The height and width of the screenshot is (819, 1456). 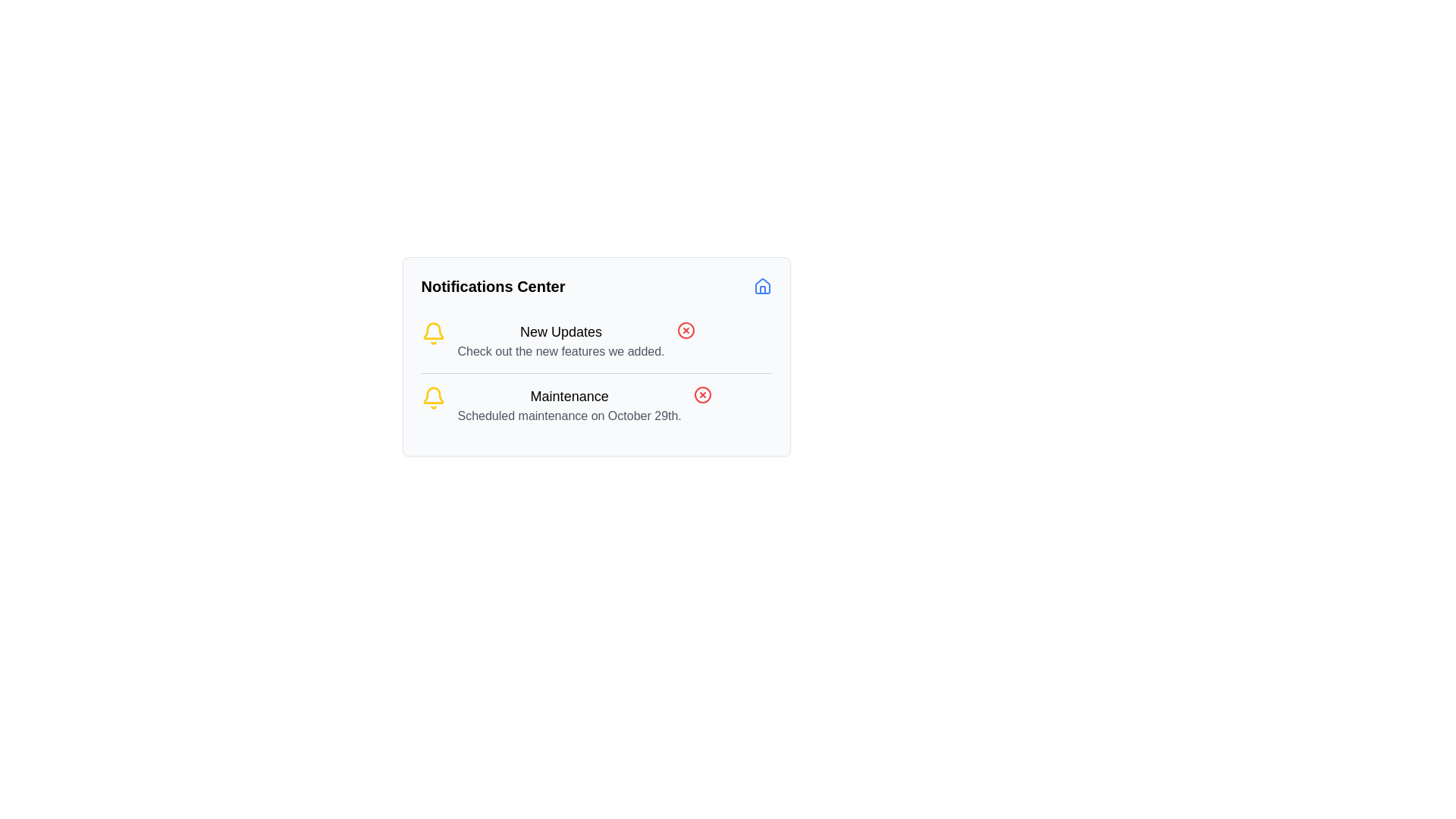 What do you see at coordinates (432, 397) in the screenshot?
I see `the yellow outlined bell icon located on the left side of the 'Maintenance' notification banner, preceding the text 'Maintenance Scheduled maintenance on October 29th.'` at bounding box center [432, 397].